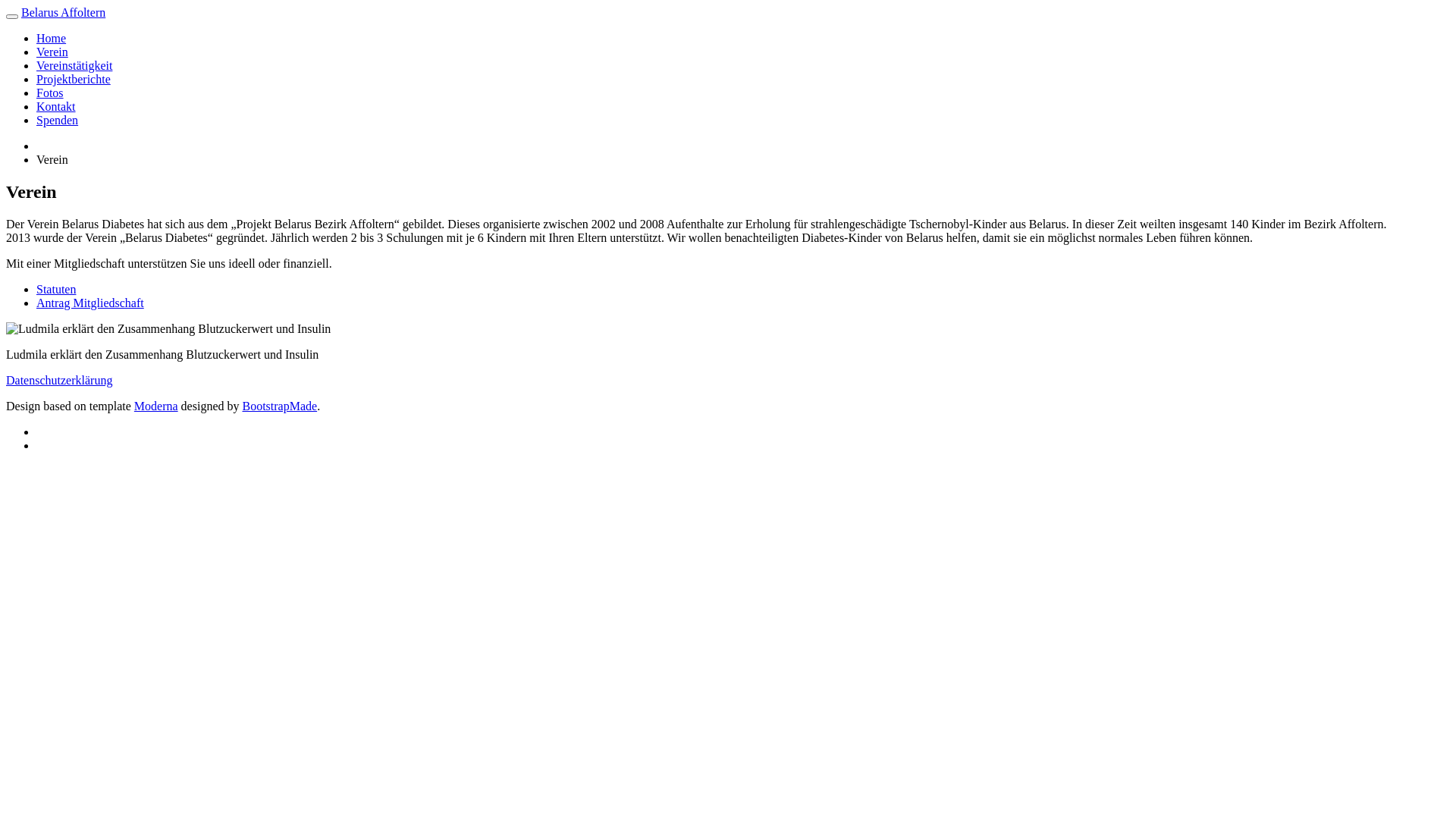  I want to click on 'Belarus Affoltern', so click(62, 12).